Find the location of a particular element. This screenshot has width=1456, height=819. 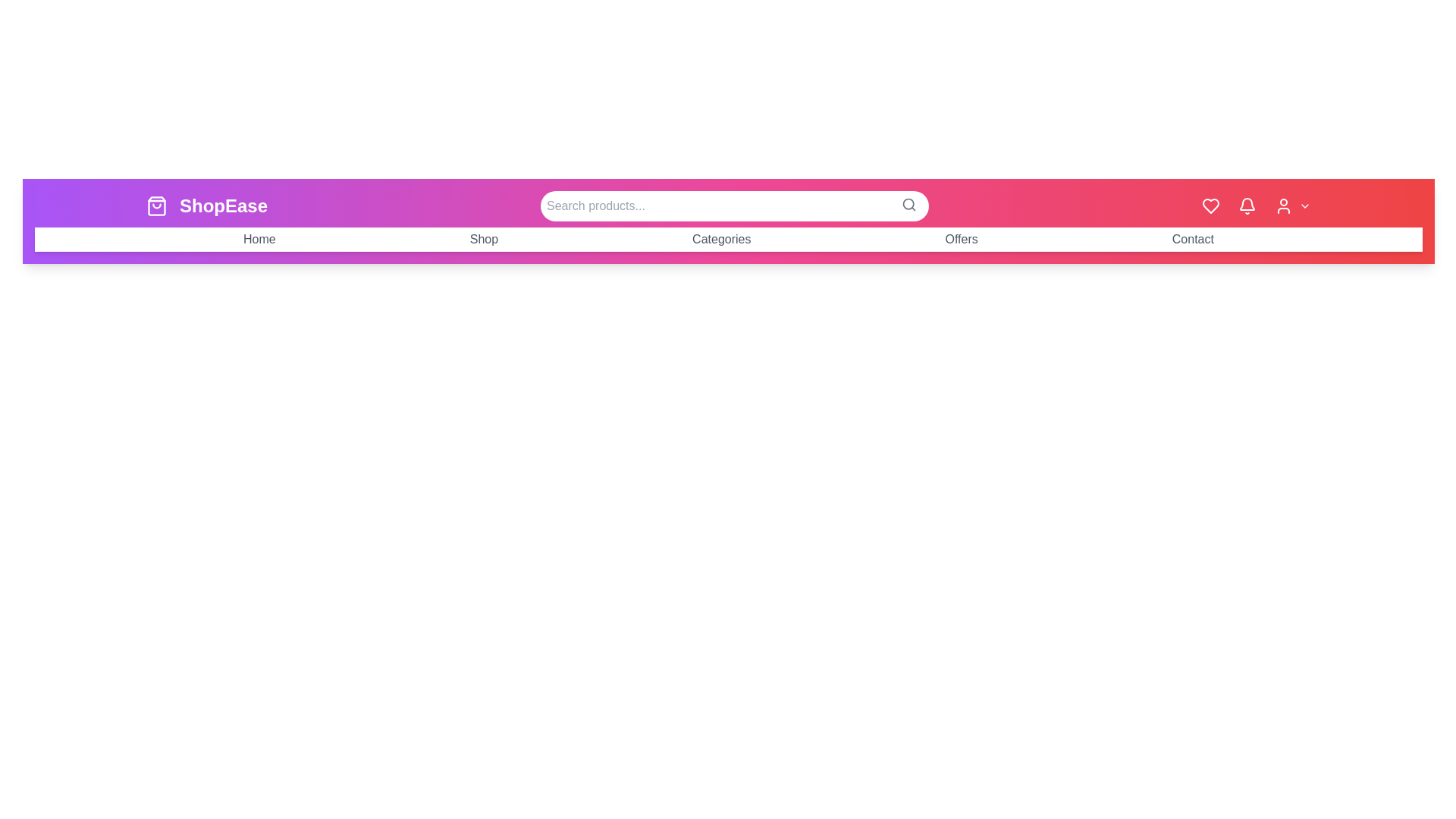

the navigation menu item Offers is located at coordinates (960, 239).